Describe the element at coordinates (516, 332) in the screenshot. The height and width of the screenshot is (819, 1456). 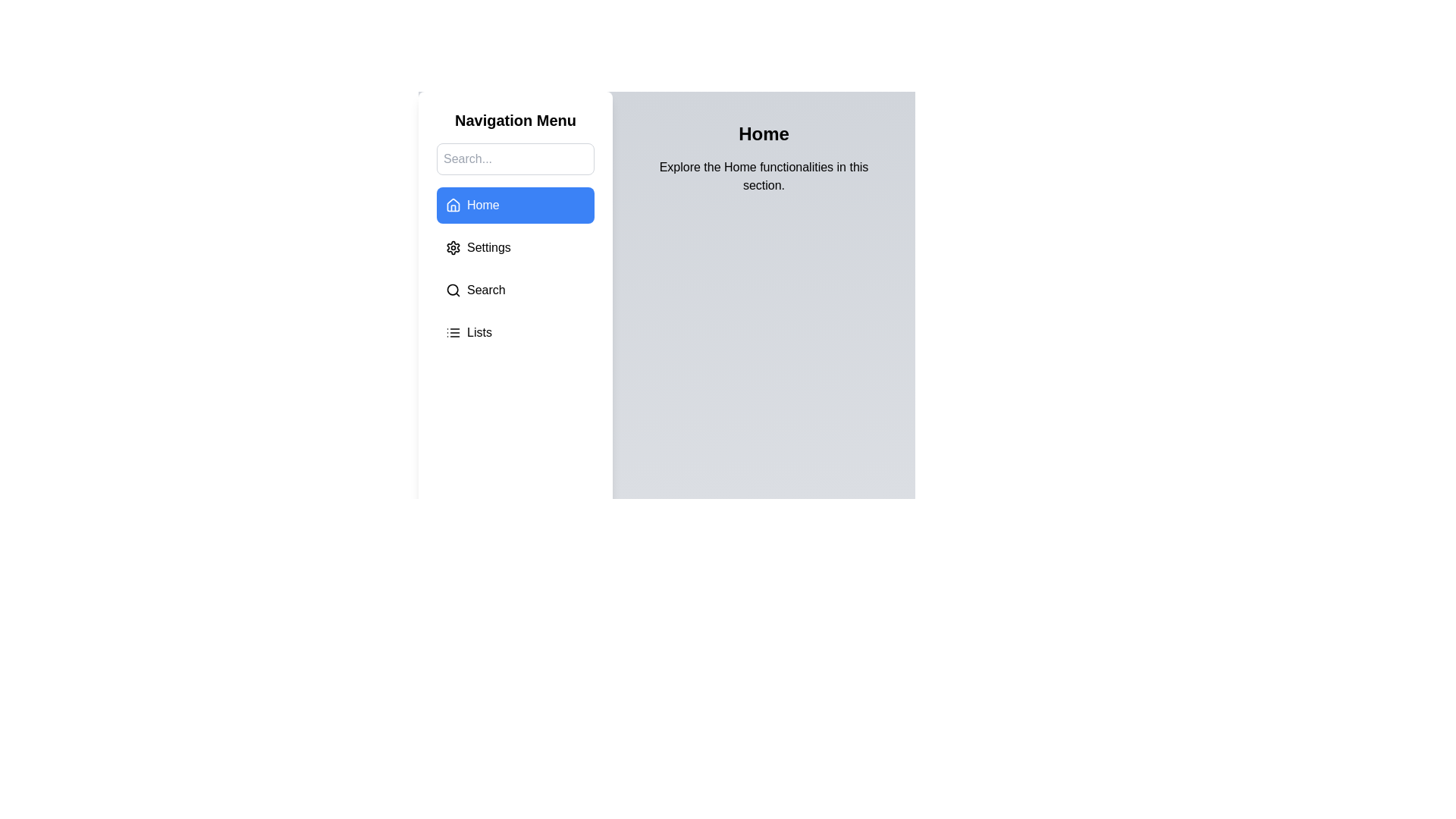
I see `the Lists section from the menu` at that location.